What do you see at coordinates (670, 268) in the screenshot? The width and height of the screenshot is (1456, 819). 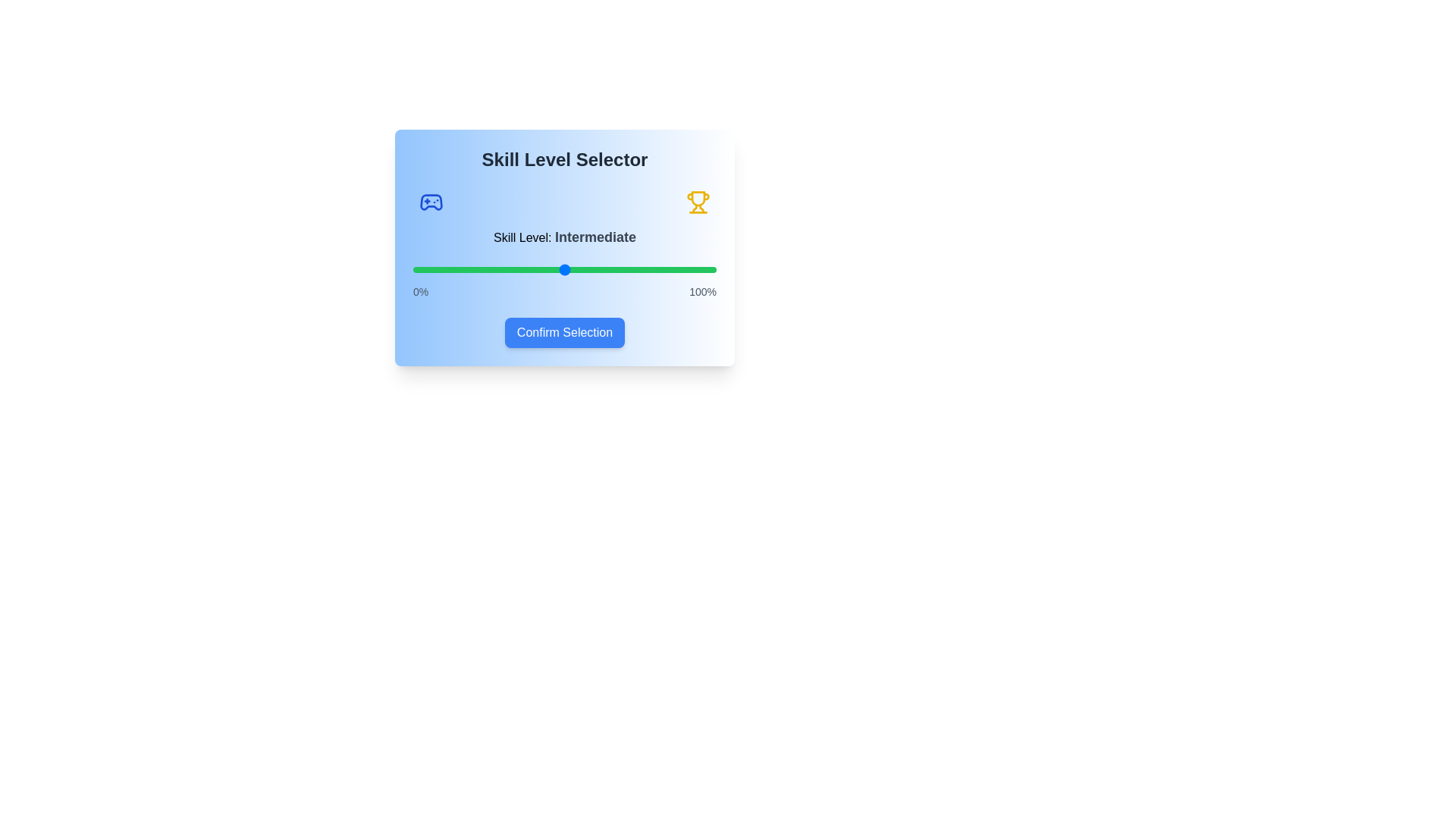 I see `the skill level slider to 85%, where 85 is a value between 0 and 100` at bounding box center [670, 268].